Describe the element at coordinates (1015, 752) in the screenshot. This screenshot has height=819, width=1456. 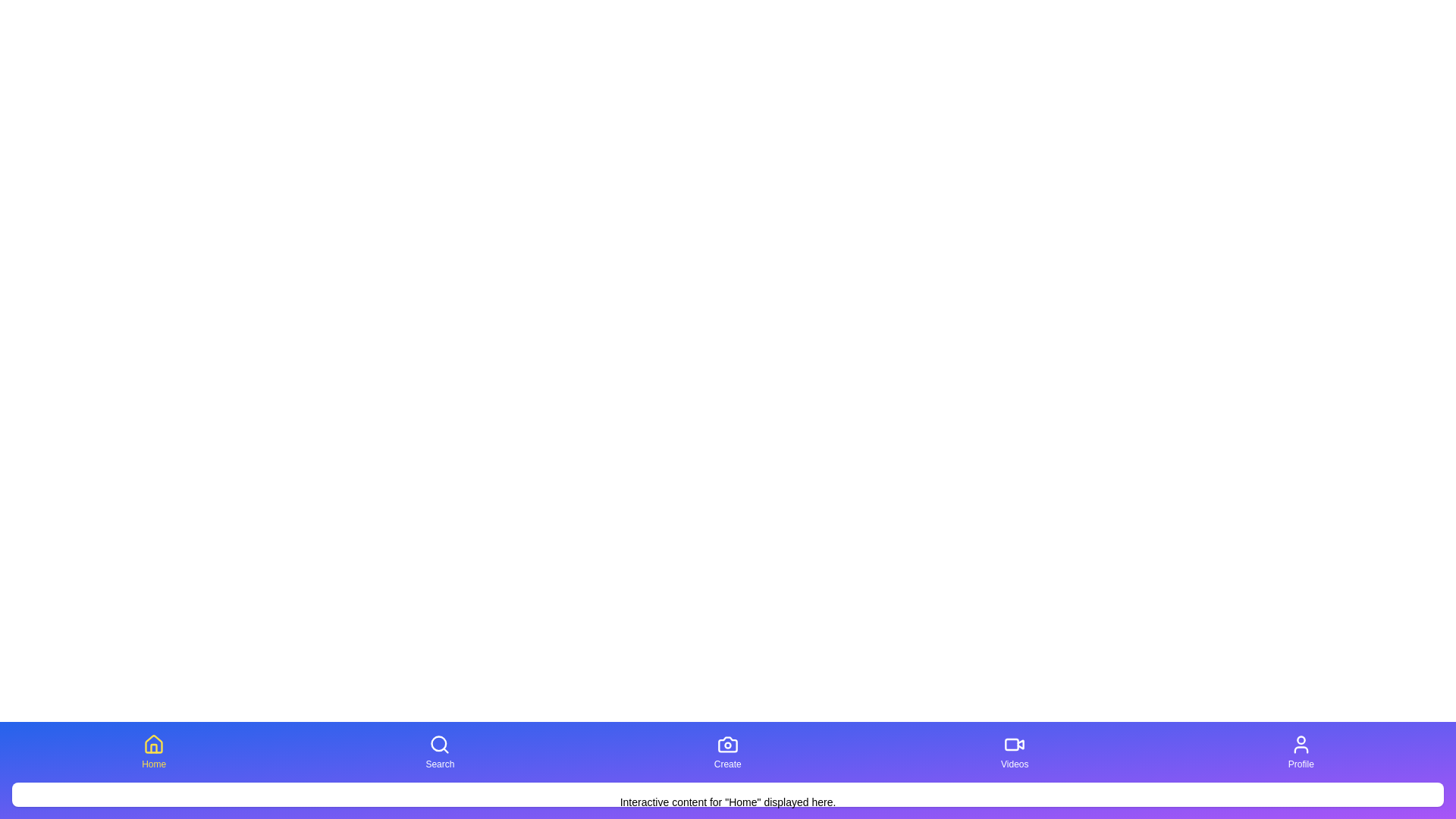
I see `the button corresponding to Videos` at that location.